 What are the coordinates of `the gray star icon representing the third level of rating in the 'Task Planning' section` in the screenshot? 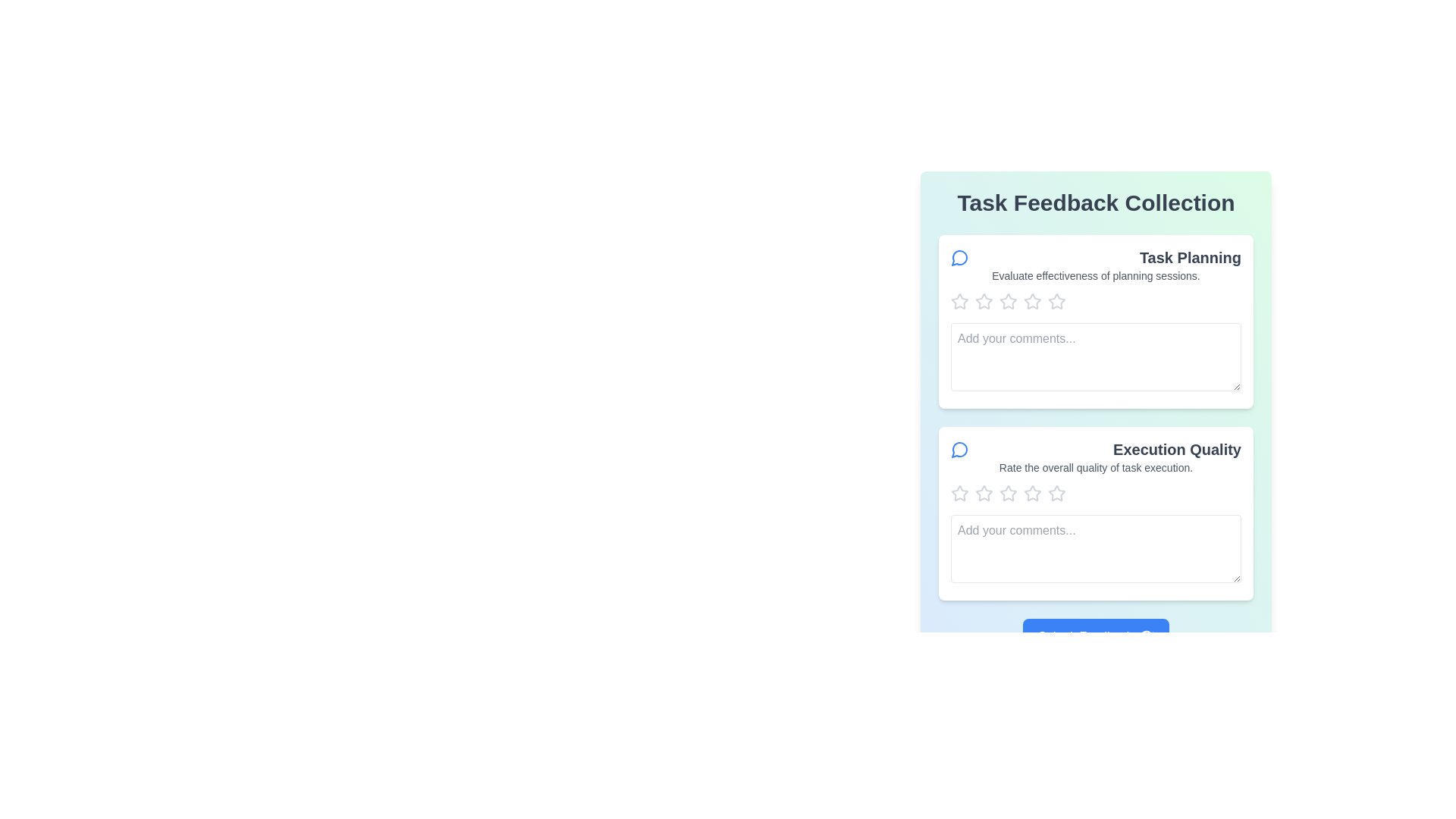 It's located at (984, 301).